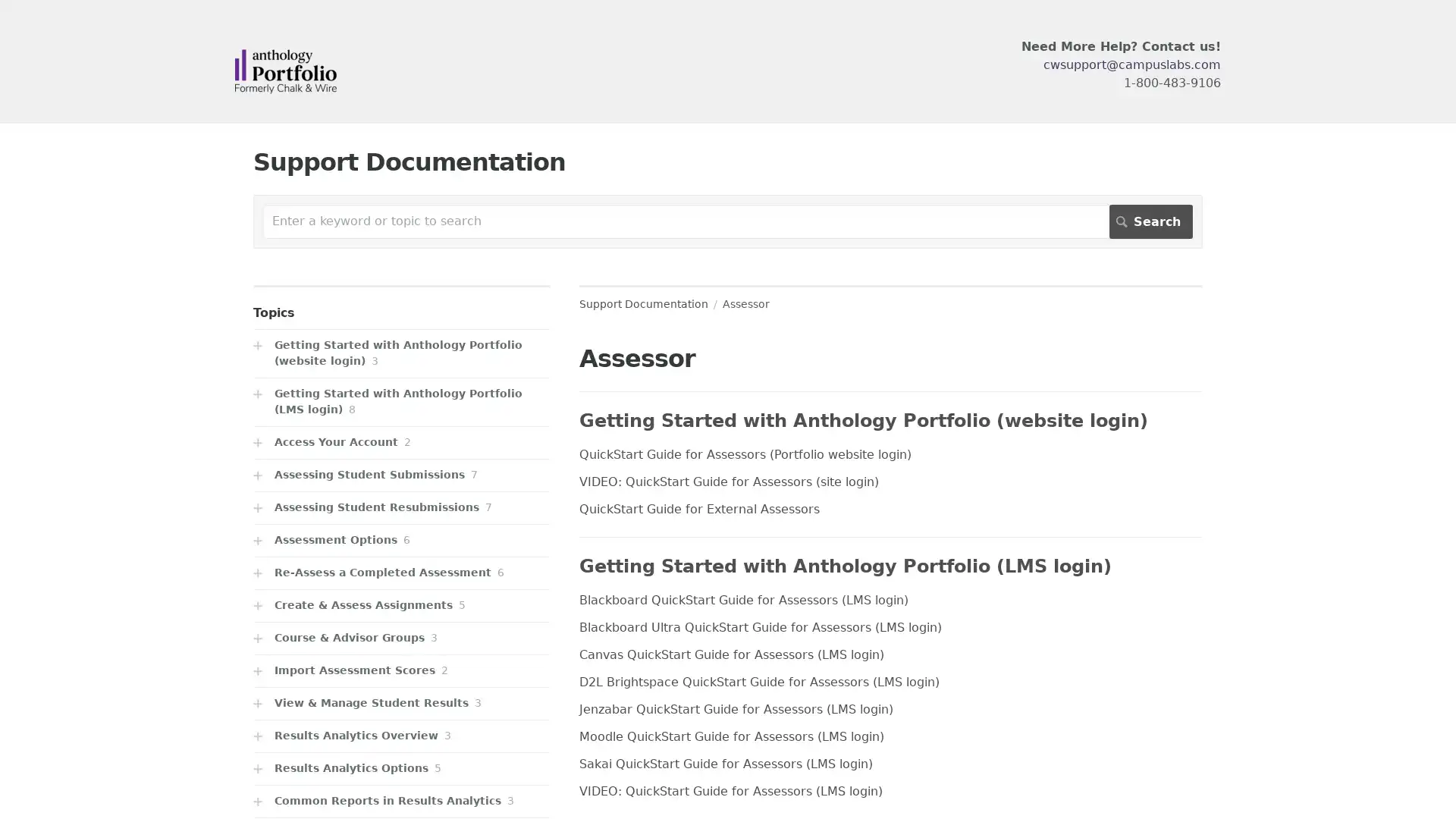  Describe the element at coordinates (401, 539) in the screenshot. I see `Assessment Options 6` at that location.